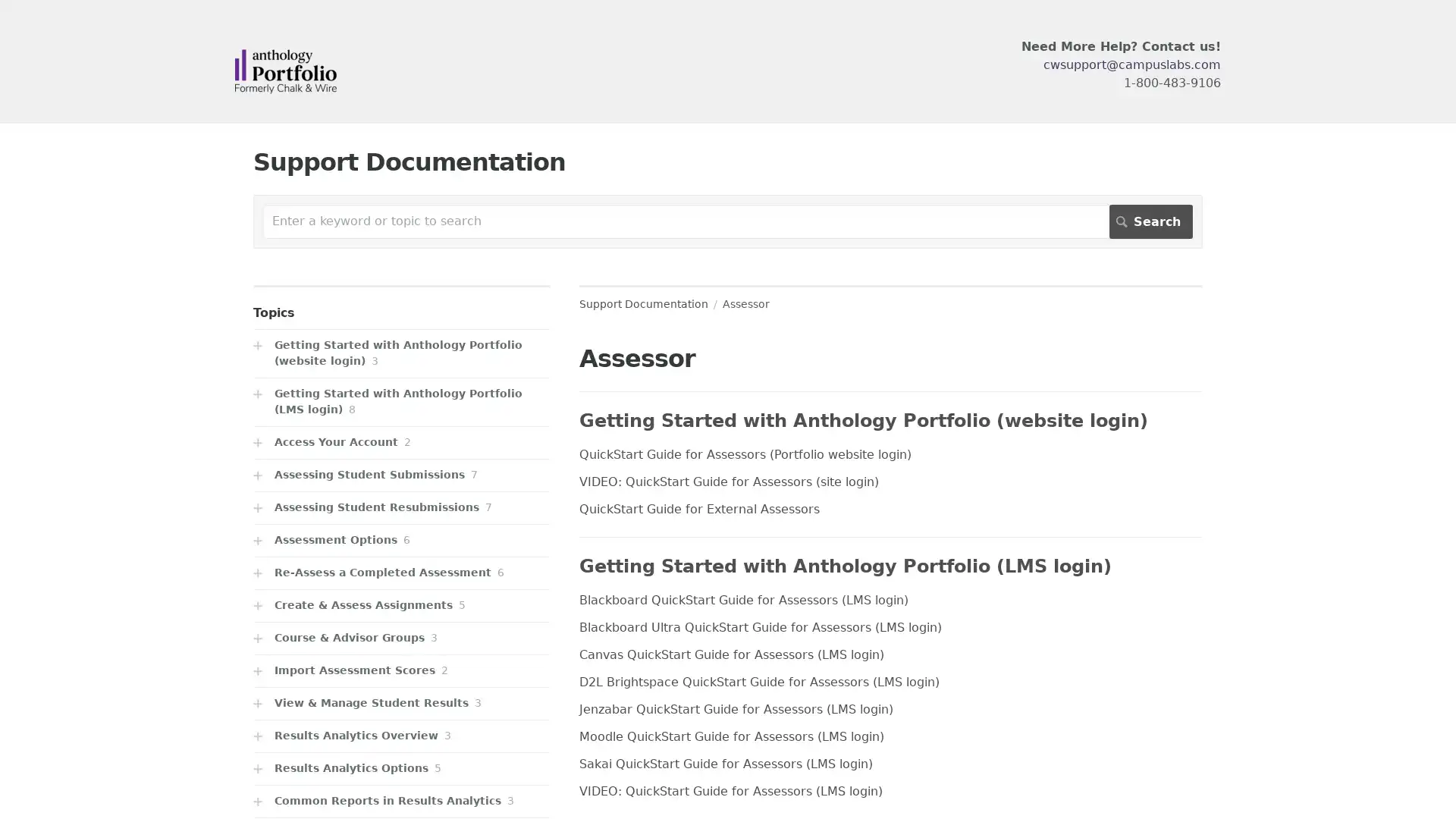  Describe the element at coordinates (401, 539) in the screenshot. I see `Assessment Options 6` at that location.